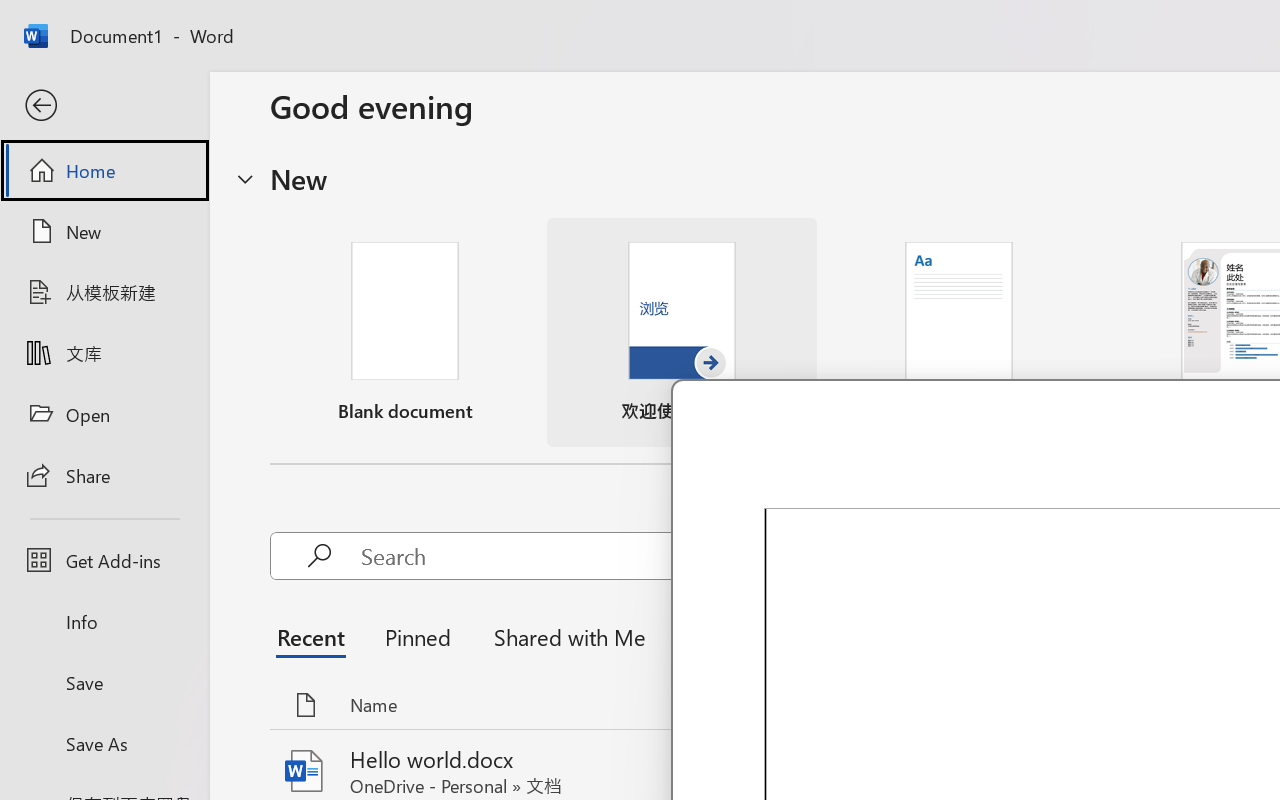  What do you see at coordinates (103, 560) in the screenshot?
I see `'Get Add-ins'` at bounding box center [103, 560].